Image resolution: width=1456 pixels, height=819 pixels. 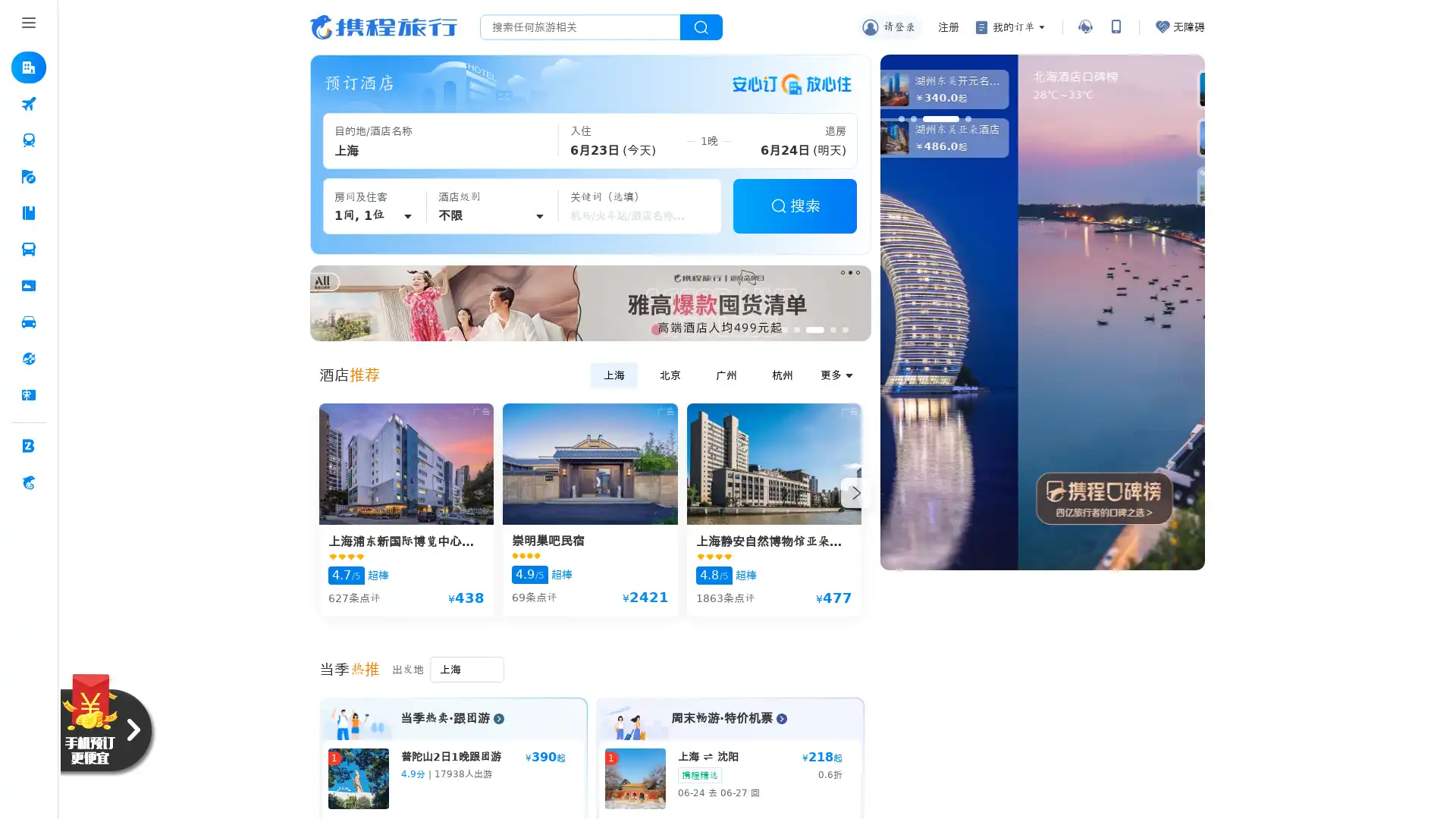 I want to click on Go to slide 3, so click(x=814, y=329).